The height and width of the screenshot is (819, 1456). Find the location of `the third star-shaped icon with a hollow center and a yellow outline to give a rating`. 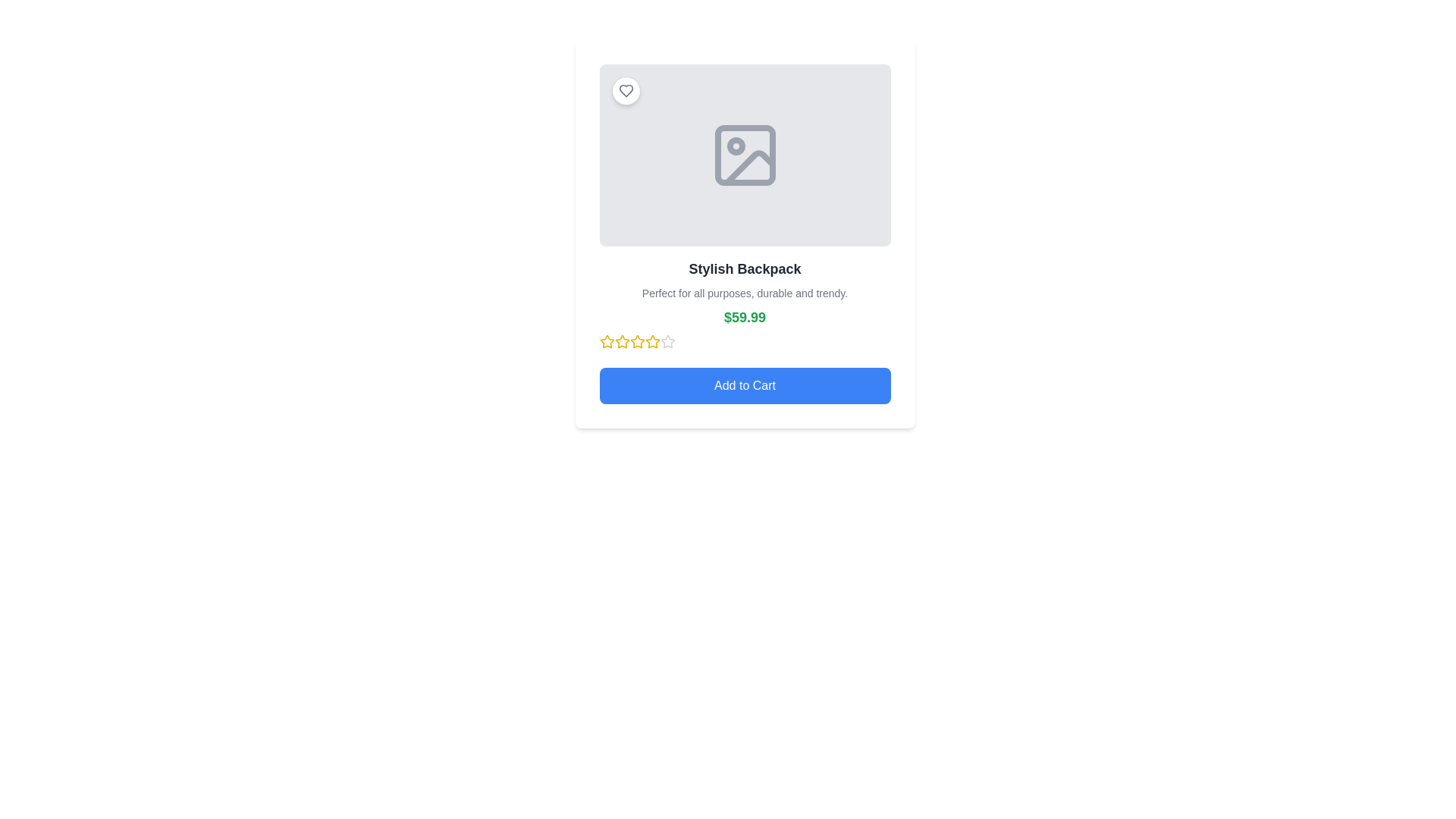

the third star-shaped icon with a hollow center and a yellow outline to give a rating is located at coordinates (637, 341).